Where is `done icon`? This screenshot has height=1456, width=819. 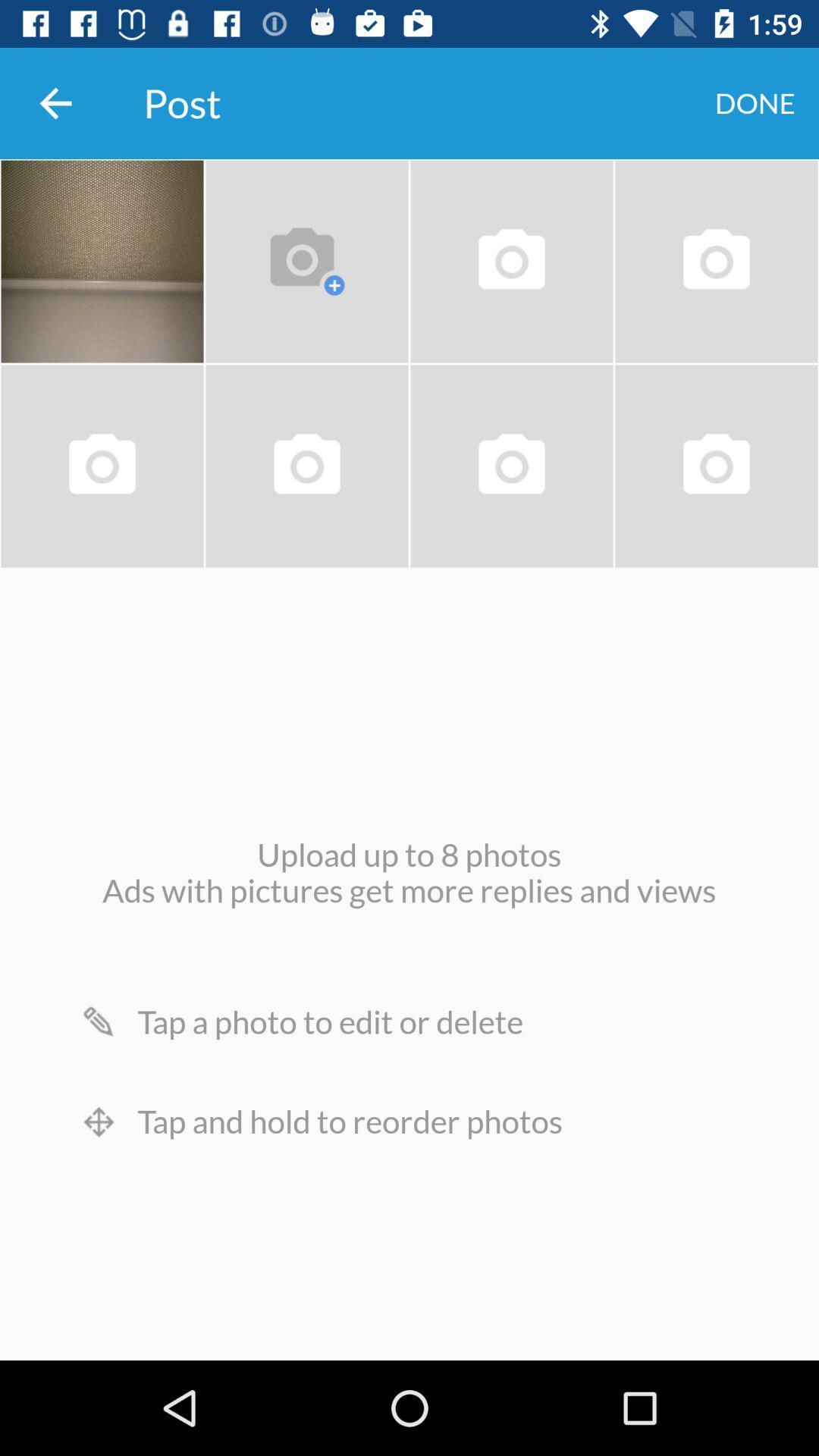 done icon is located at coordinates (755, 102).